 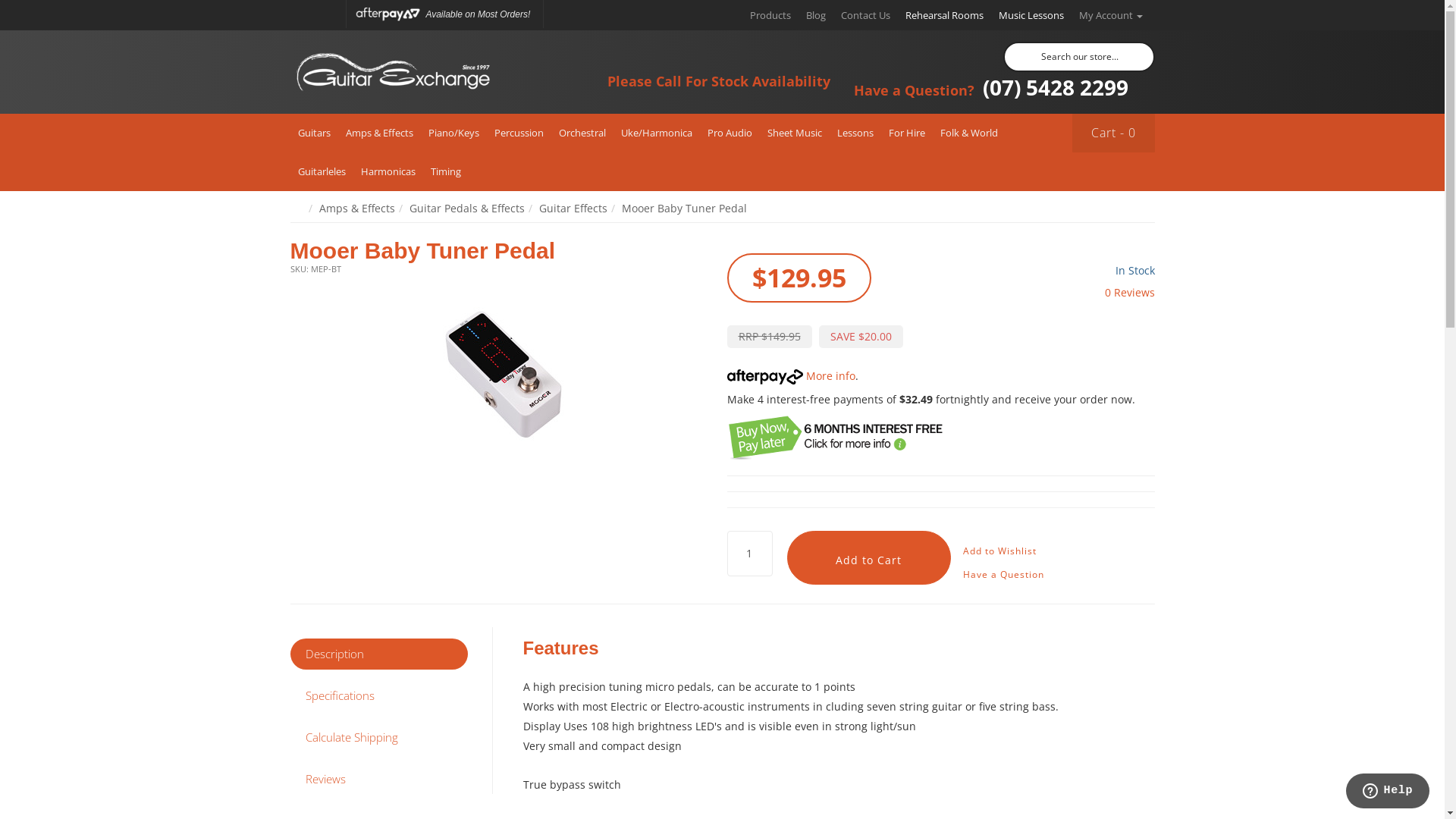 I want to click on 'Harmonicas', so click(x=388, y=171).